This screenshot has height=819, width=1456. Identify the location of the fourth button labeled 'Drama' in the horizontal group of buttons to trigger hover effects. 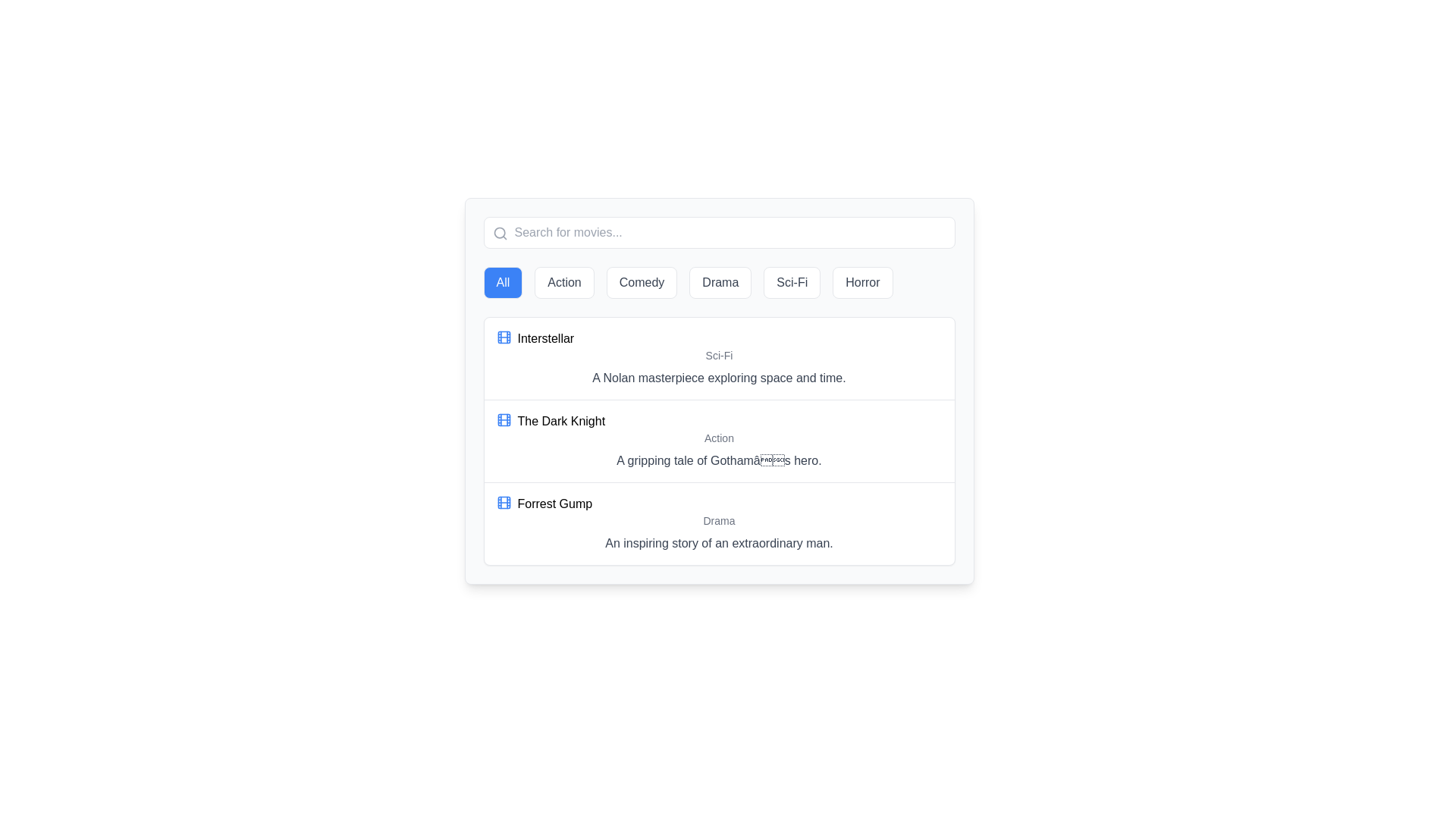
(720, 283).